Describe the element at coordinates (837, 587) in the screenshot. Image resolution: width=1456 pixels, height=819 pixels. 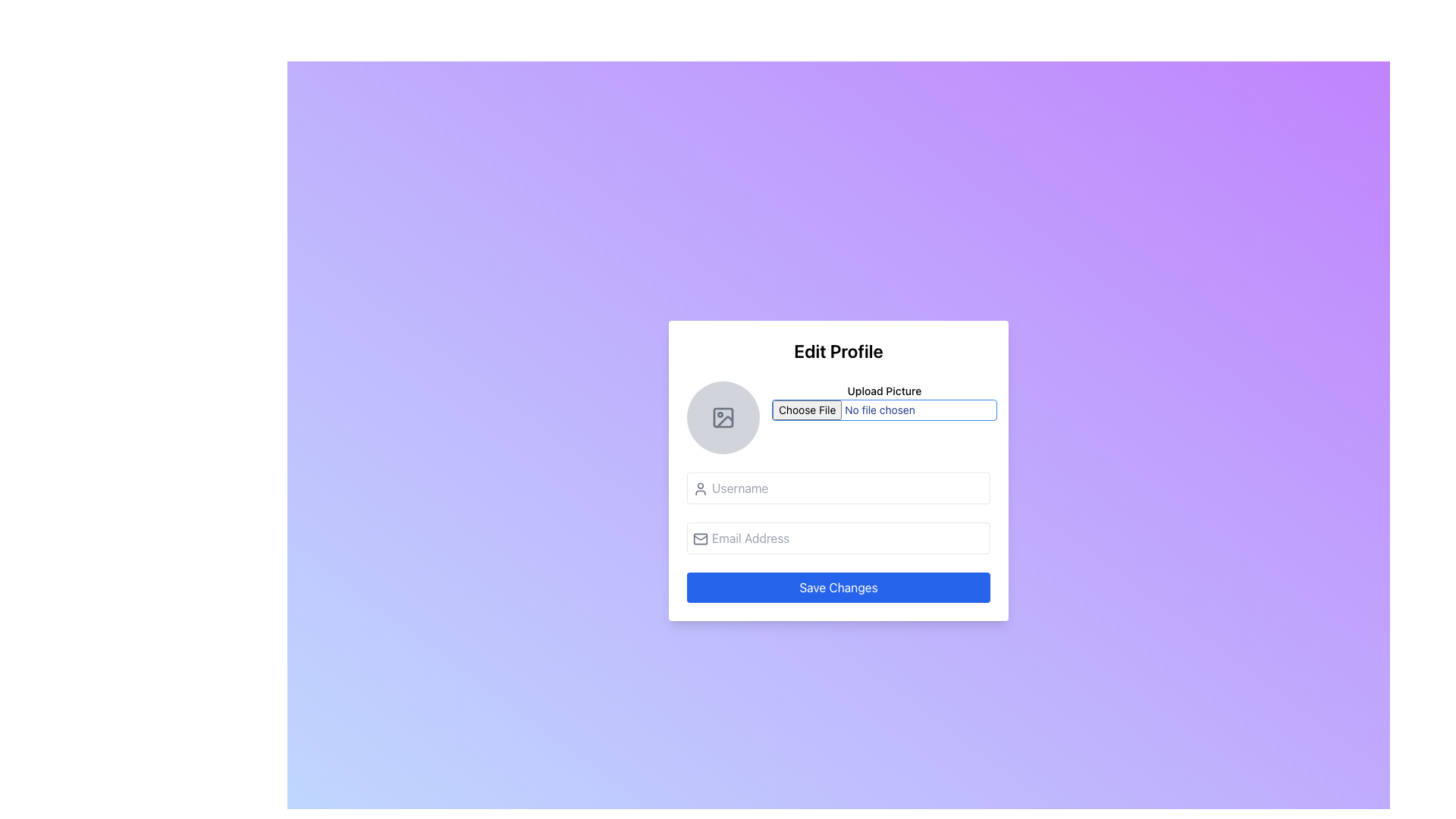
I see `the 'Save' button located at the bottom of the 'Edit Profile' form to change its background color` at that location.